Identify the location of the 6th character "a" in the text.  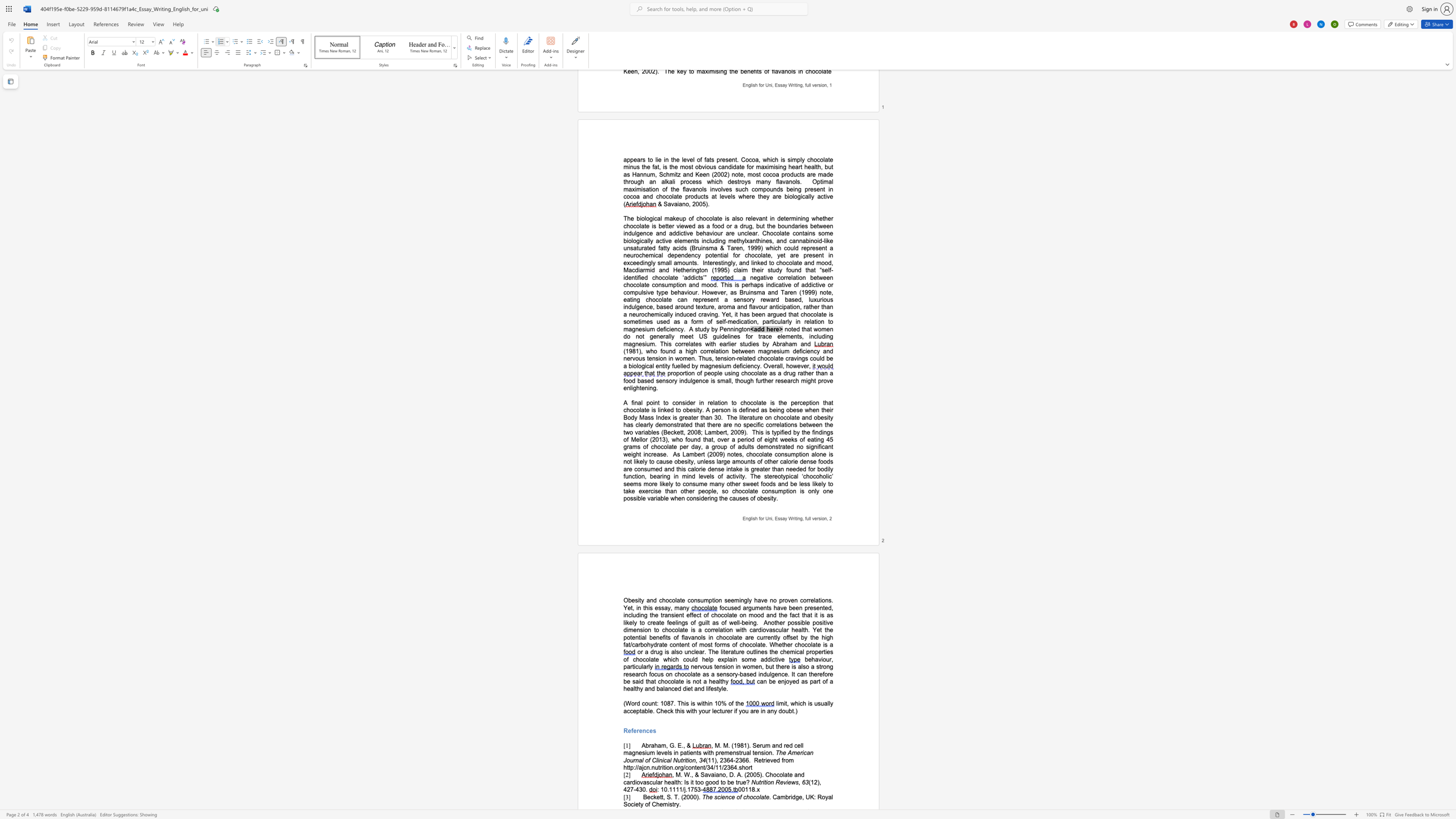
(628, 782).